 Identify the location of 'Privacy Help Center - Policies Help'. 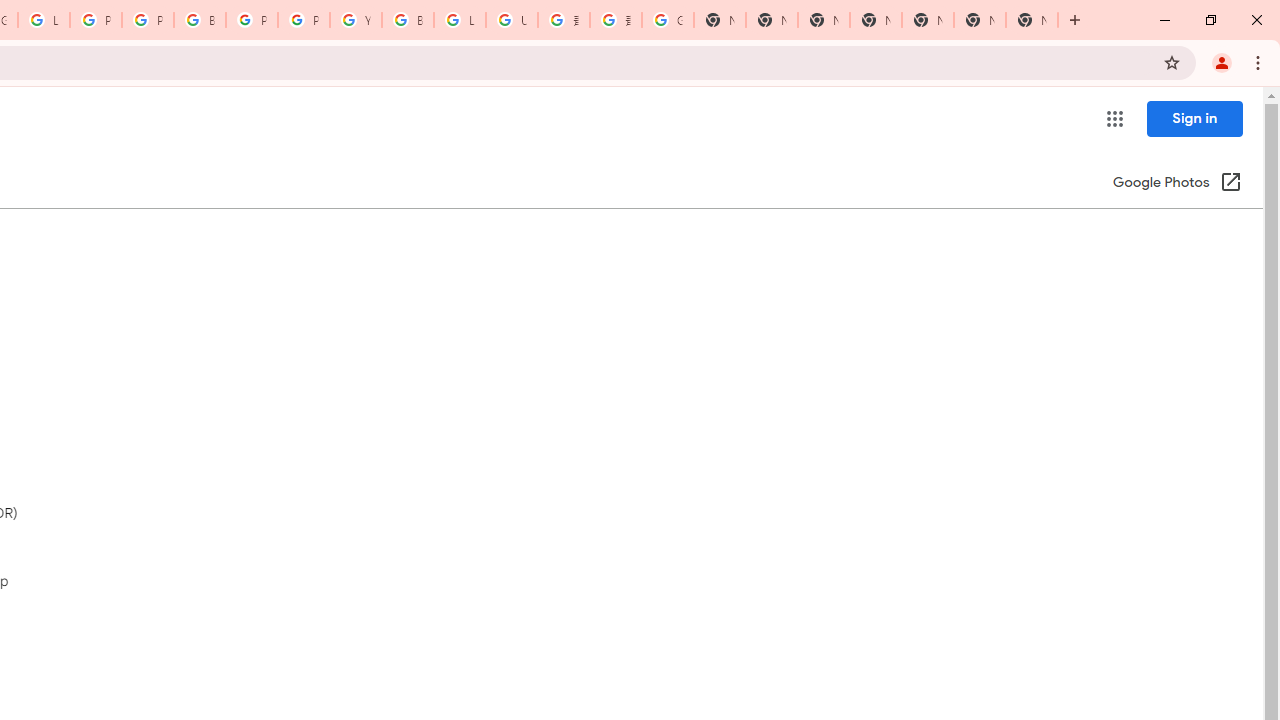
(146, 20).